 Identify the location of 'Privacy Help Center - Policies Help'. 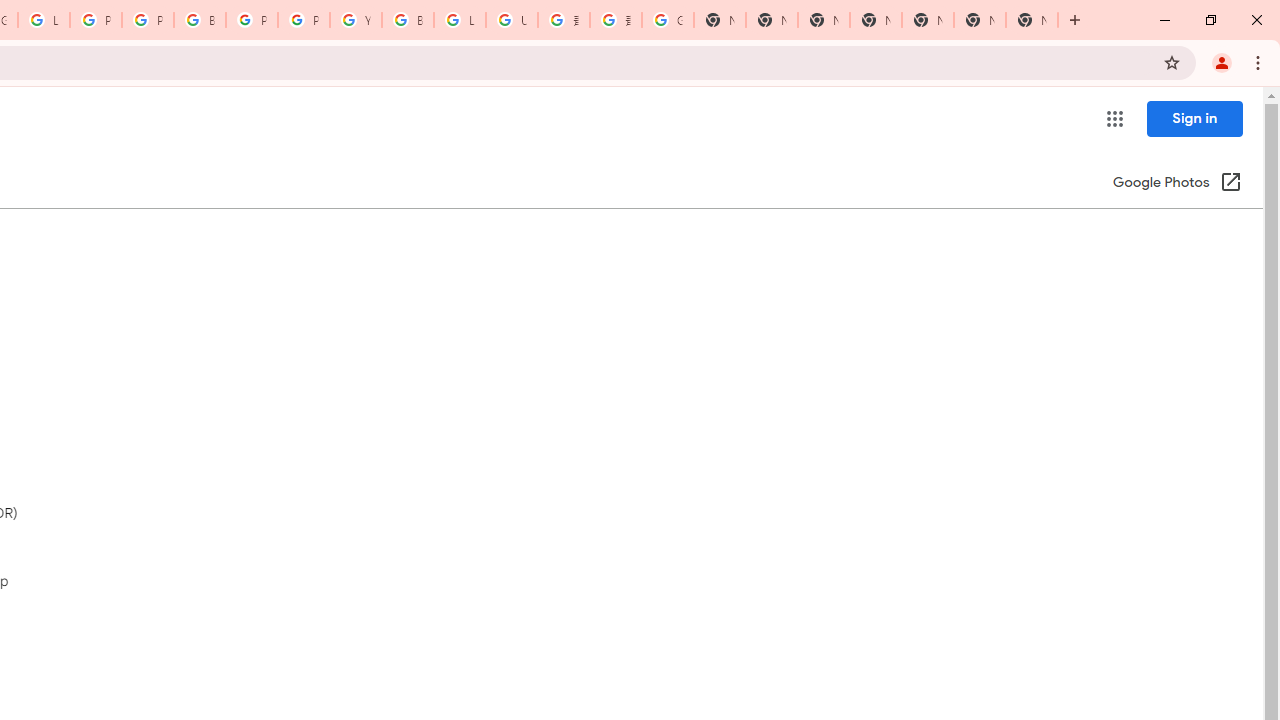
(146, 20).